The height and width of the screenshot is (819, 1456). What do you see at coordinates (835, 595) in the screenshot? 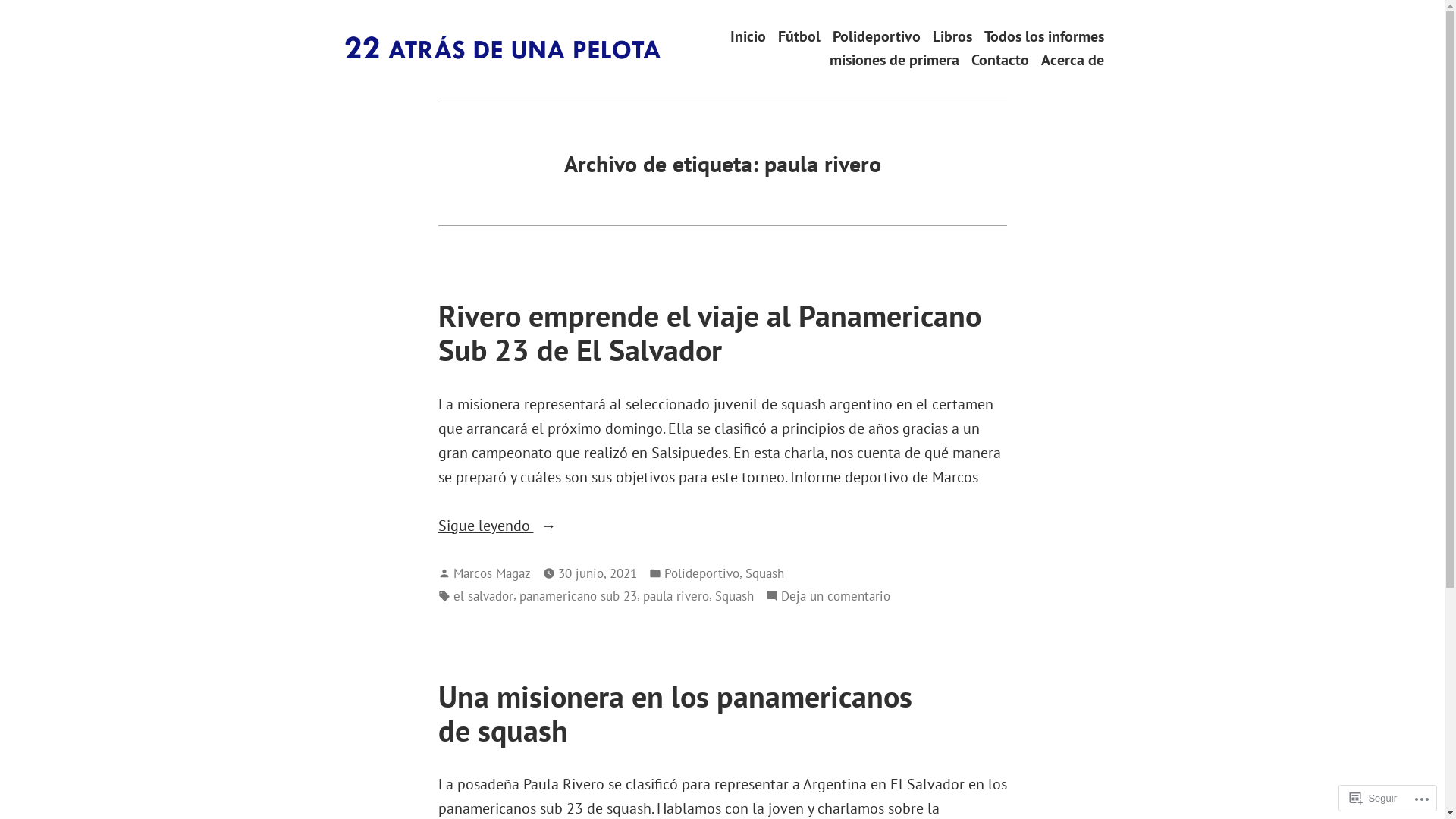
I see `'Deja un comentario'` at bounding box center [835, 595].